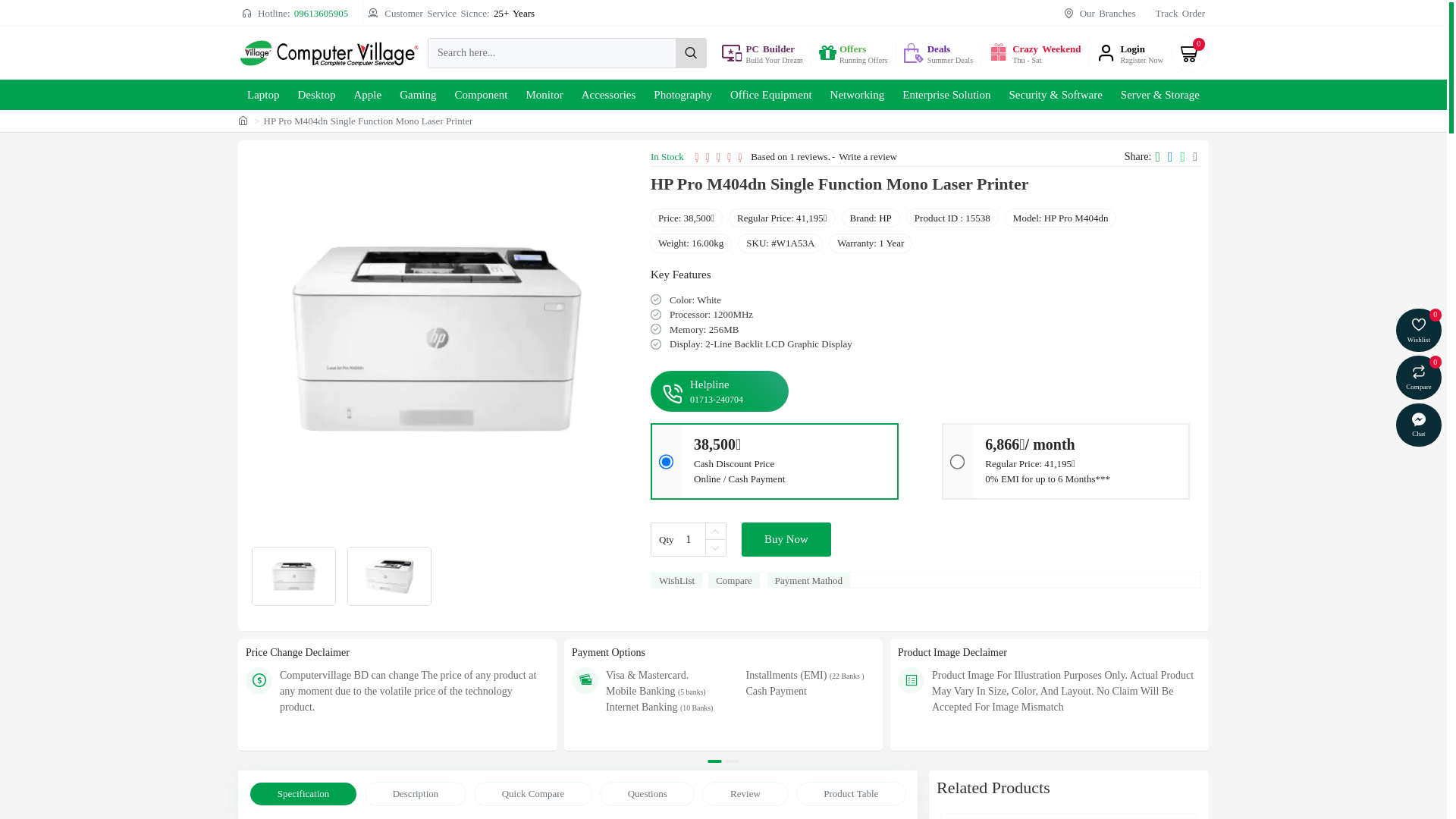  I want to click on 'Login, so click(1087, 52).